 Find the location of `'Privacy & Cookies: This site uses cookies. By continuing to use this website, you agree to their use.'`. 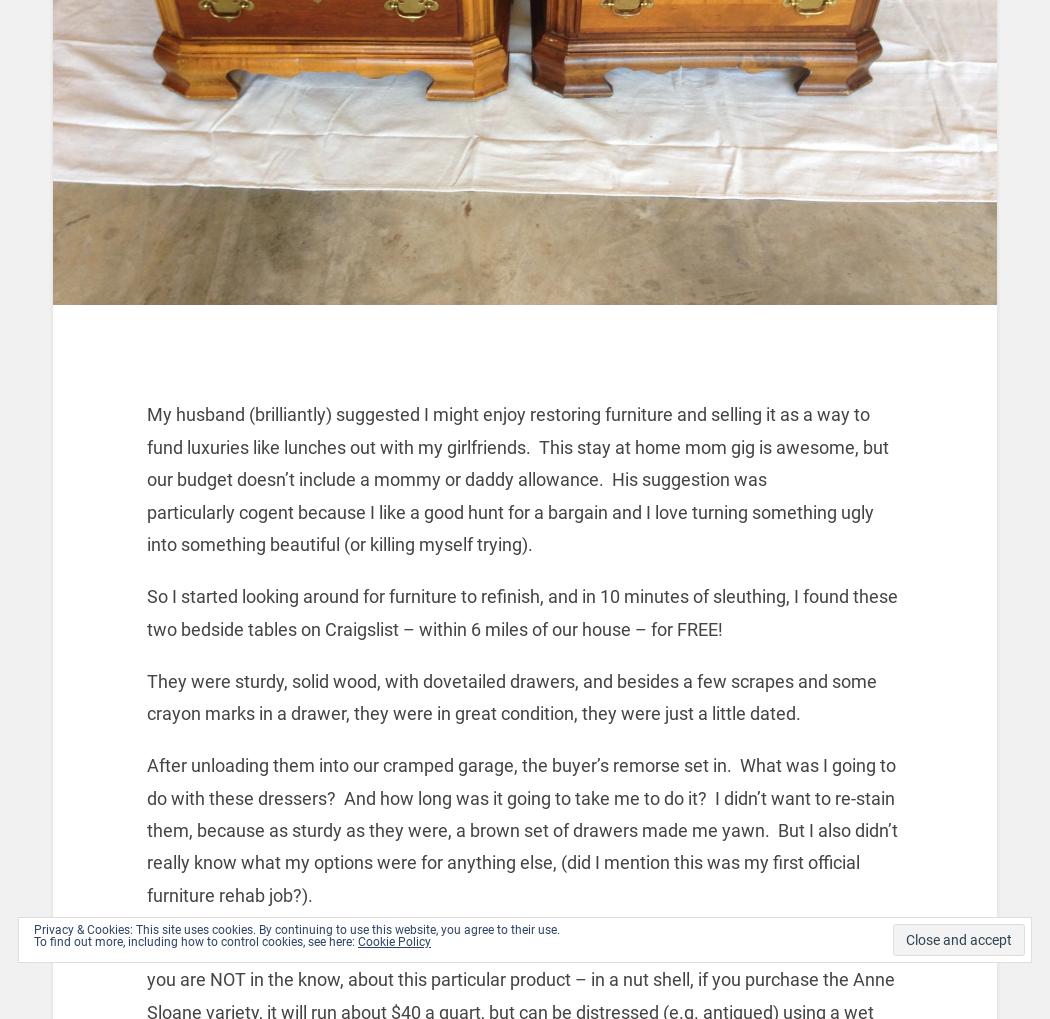

'Privacy & Cookies: This site uses cookies. By continuing to use this website, you agree to their use.' is located at coordinates (296, 929).